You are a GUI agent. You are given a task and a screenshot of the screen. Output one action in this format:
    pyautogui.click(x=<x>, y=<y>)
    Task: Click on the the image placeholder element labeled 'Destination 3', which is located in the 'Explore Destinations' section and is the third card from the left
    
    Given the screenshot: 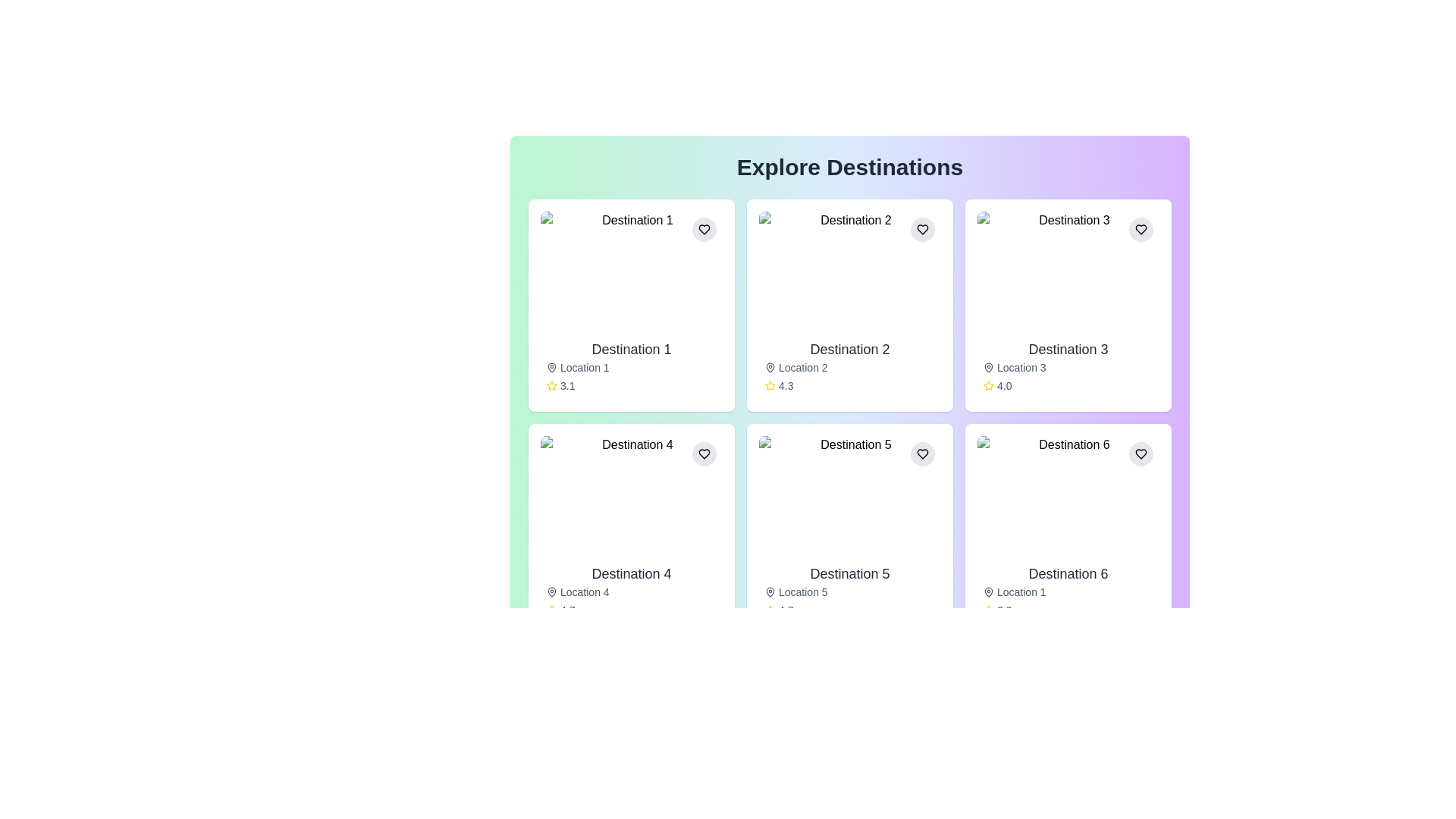 What is the action you would take?
    pyautogui.click(x=1068, y=271)
    